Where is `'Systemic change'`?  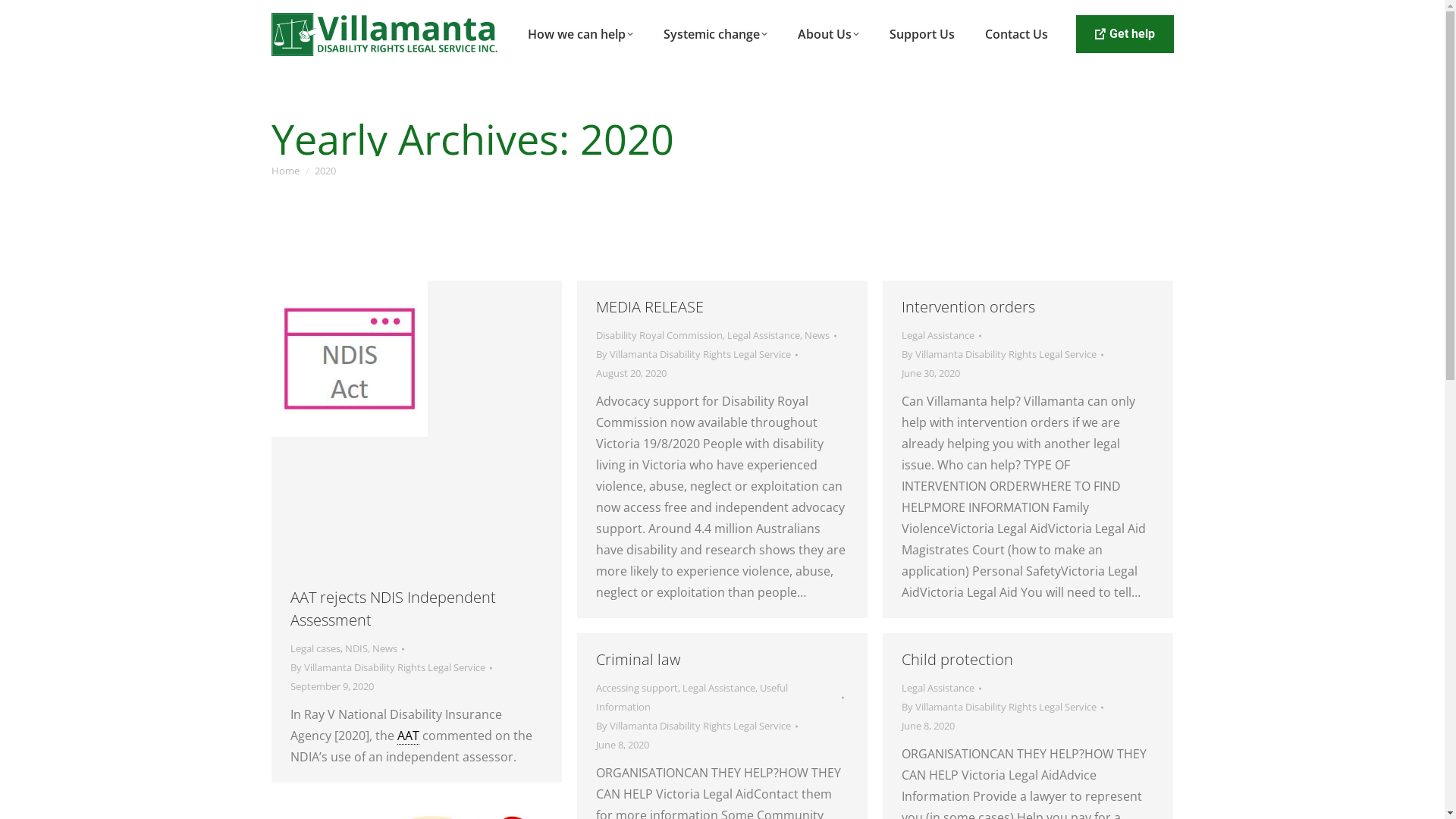 'Systemic change' is located at coordinates (714, 34).